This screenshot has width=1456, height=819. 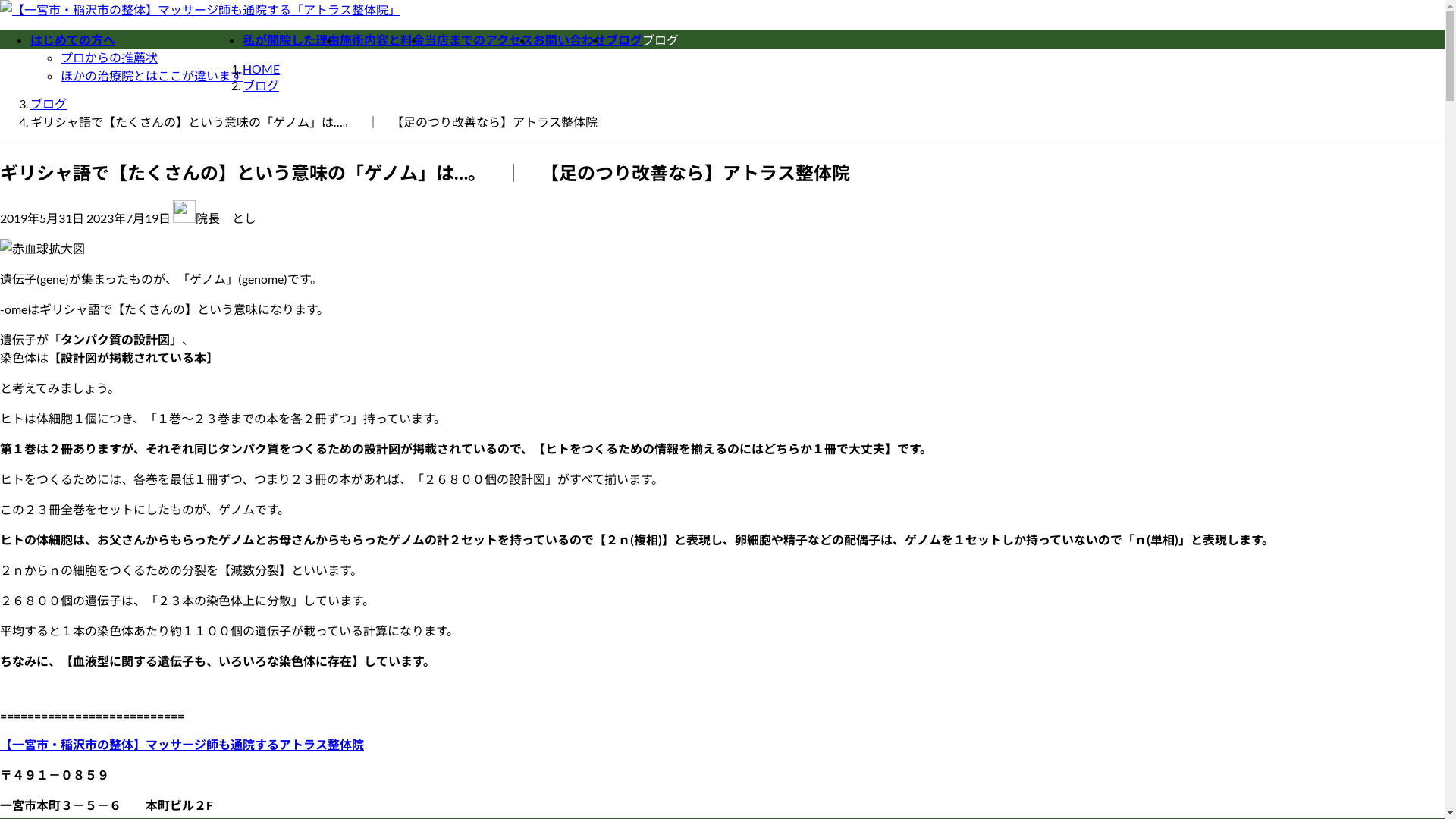 What do you see at coordinates (243, 68) in the screenshot?
I see `'HOME'` at bounding box center [243, 68].